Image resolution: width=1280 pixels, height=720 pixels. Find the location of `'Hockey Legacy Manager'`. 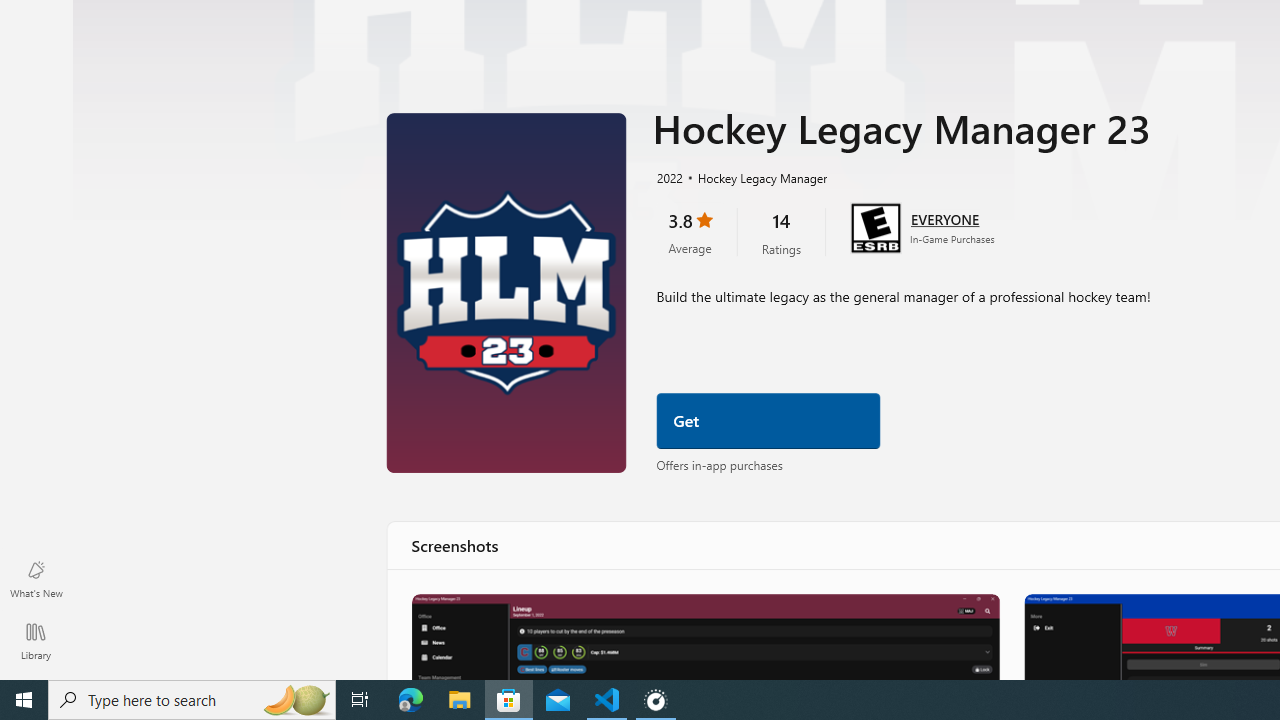

'Hockey Legacy Manager' is located at coordinates (752, 176).